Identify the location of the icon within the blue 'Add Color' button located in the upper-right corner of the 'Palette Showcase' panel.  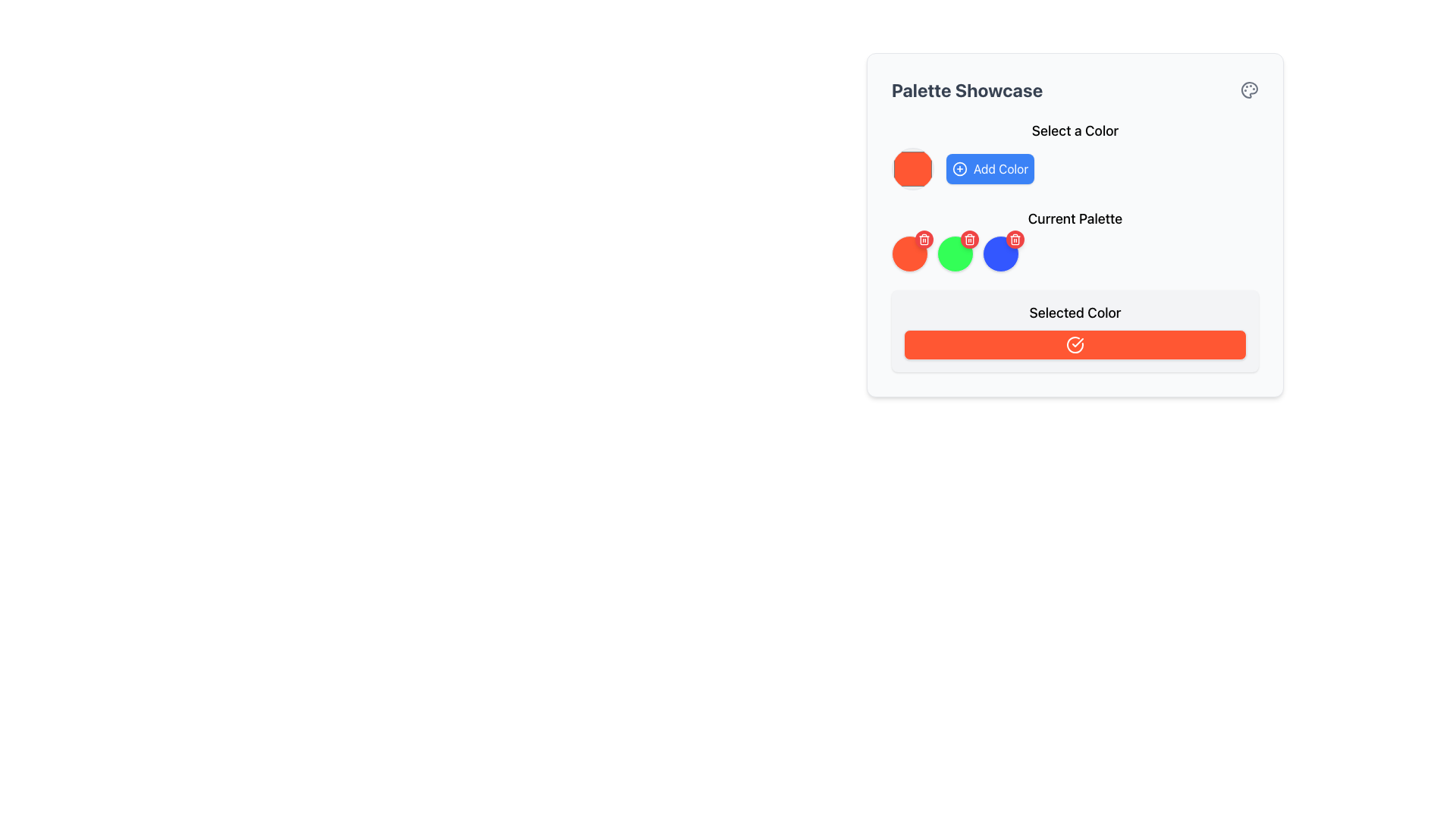
(959, 169).